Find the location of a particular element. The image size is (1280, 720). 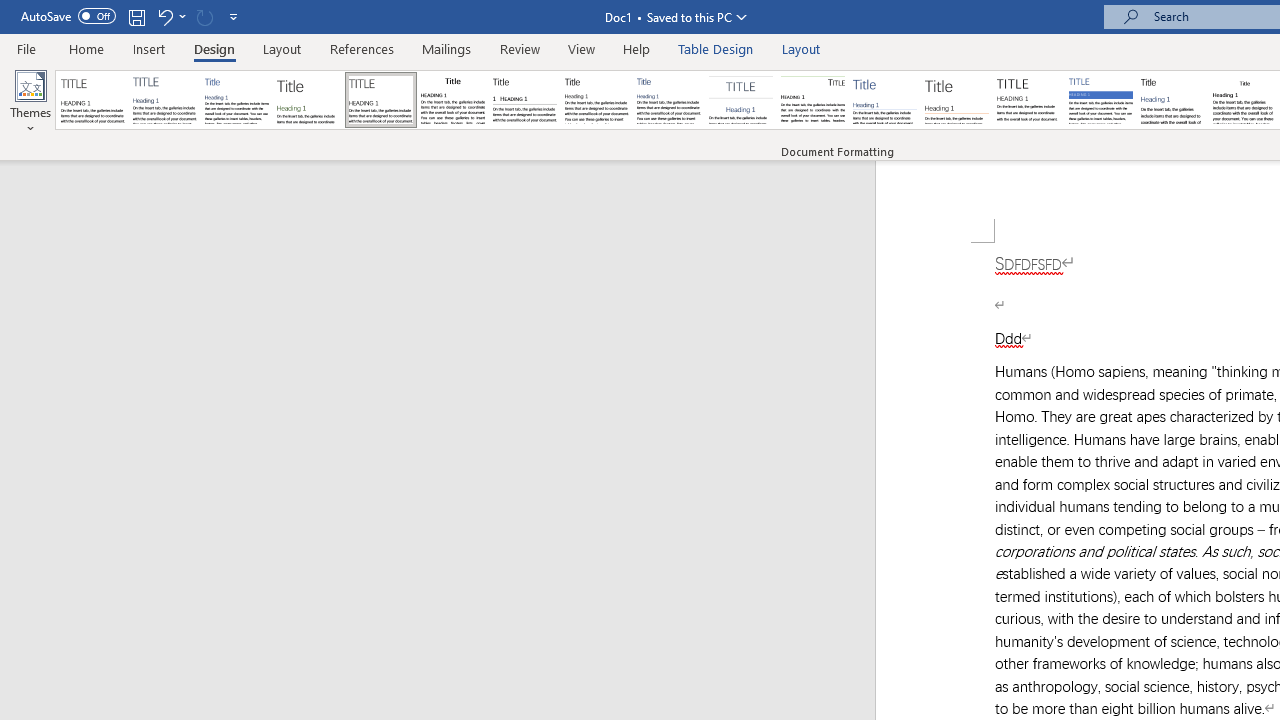

'Basic (Simple)' is located at coordinates (236, 100).